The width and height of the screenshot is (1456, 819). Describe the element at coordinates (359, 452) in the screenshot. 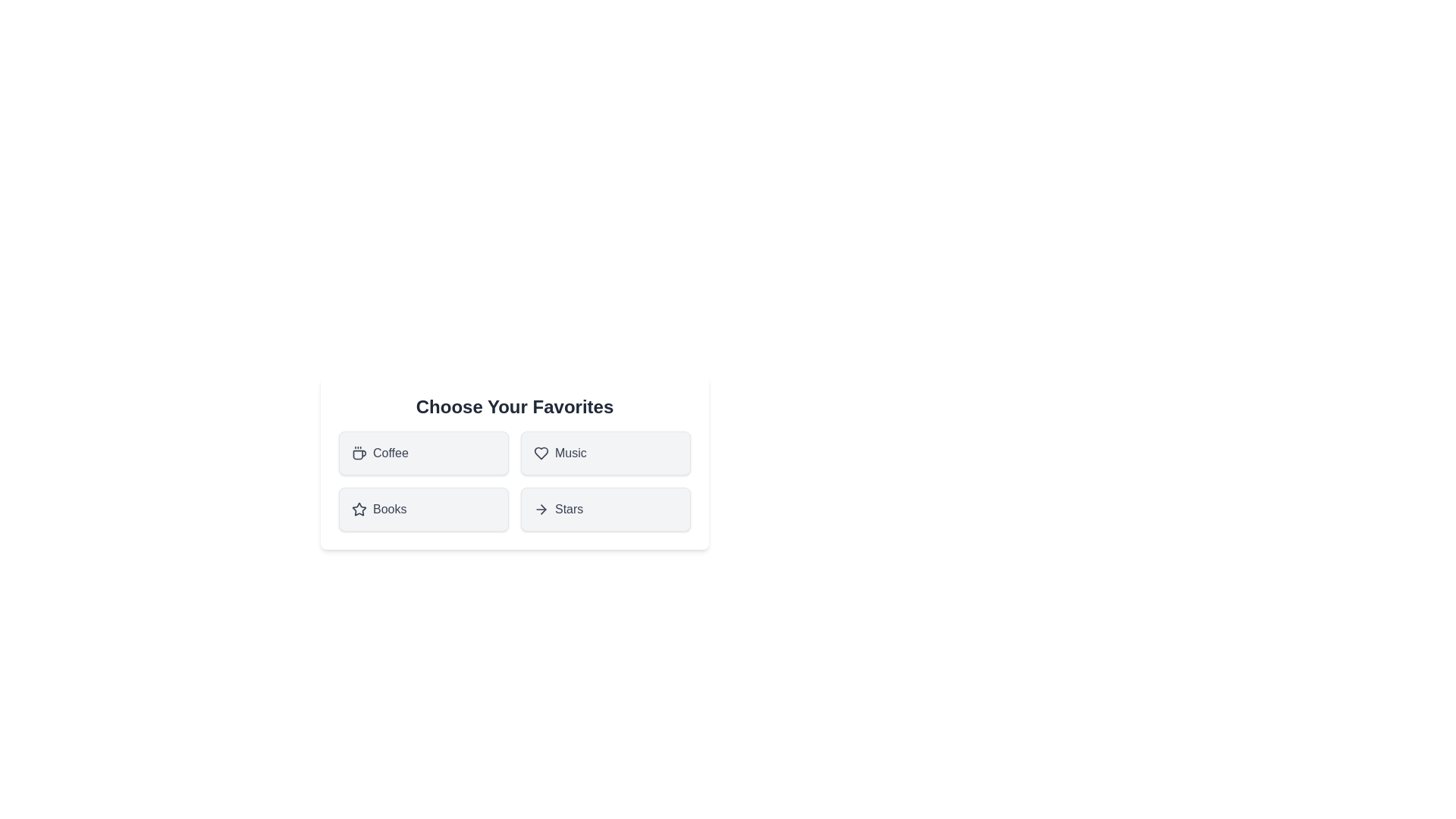

I see `the coffee cup icon, which is a small graphic representation with a handle on the right and steam lines above it, located to the left of the 'Coffee' button` at that location.